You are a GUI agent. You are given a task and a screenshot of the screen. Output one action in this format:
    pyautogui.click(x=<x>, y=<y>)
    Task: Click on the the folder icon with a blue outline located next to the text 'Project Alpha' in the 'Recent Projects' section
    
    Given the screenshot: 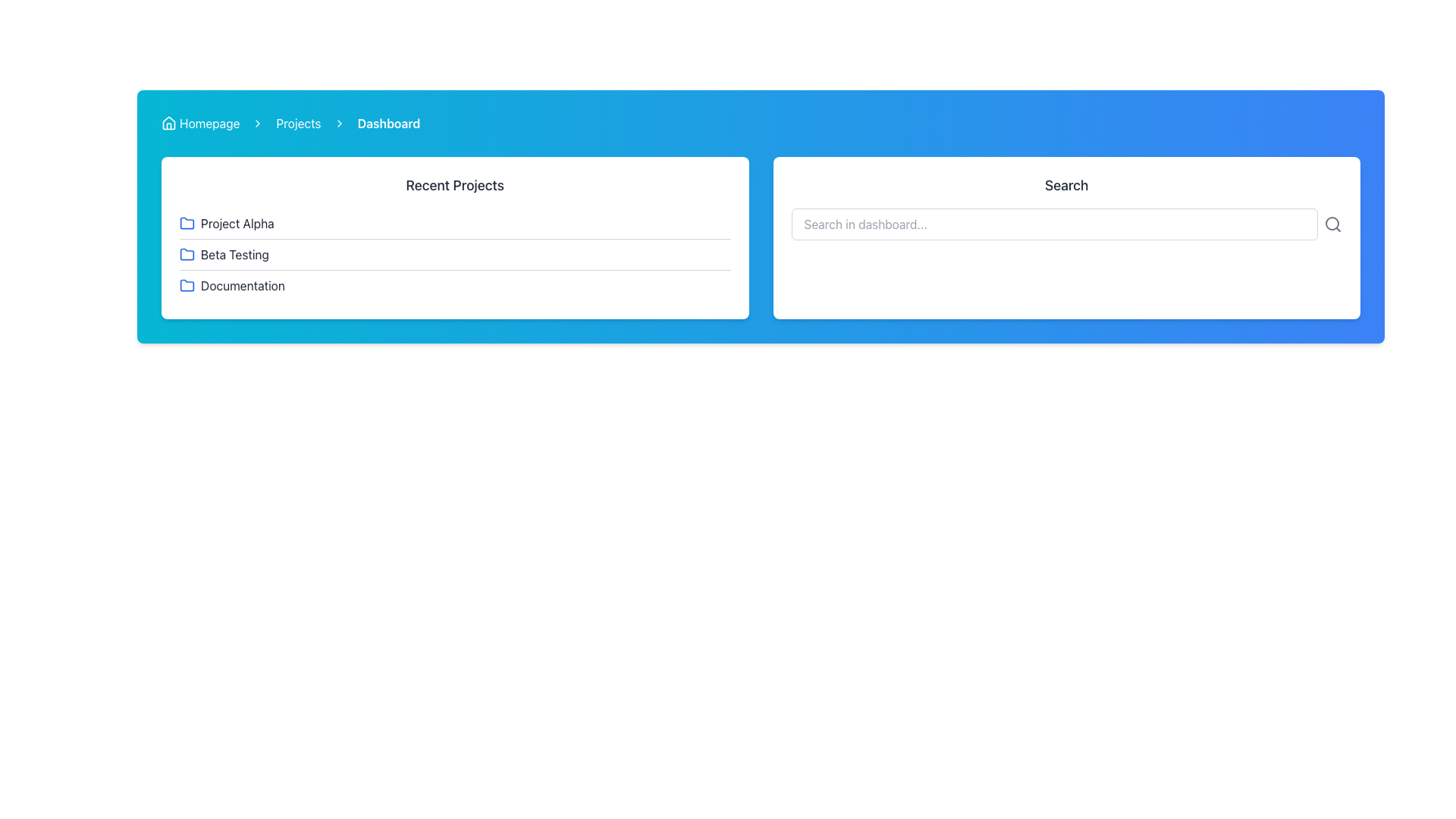 What is the action you would take?
    pyautogui.click(x=186, y=222)
    